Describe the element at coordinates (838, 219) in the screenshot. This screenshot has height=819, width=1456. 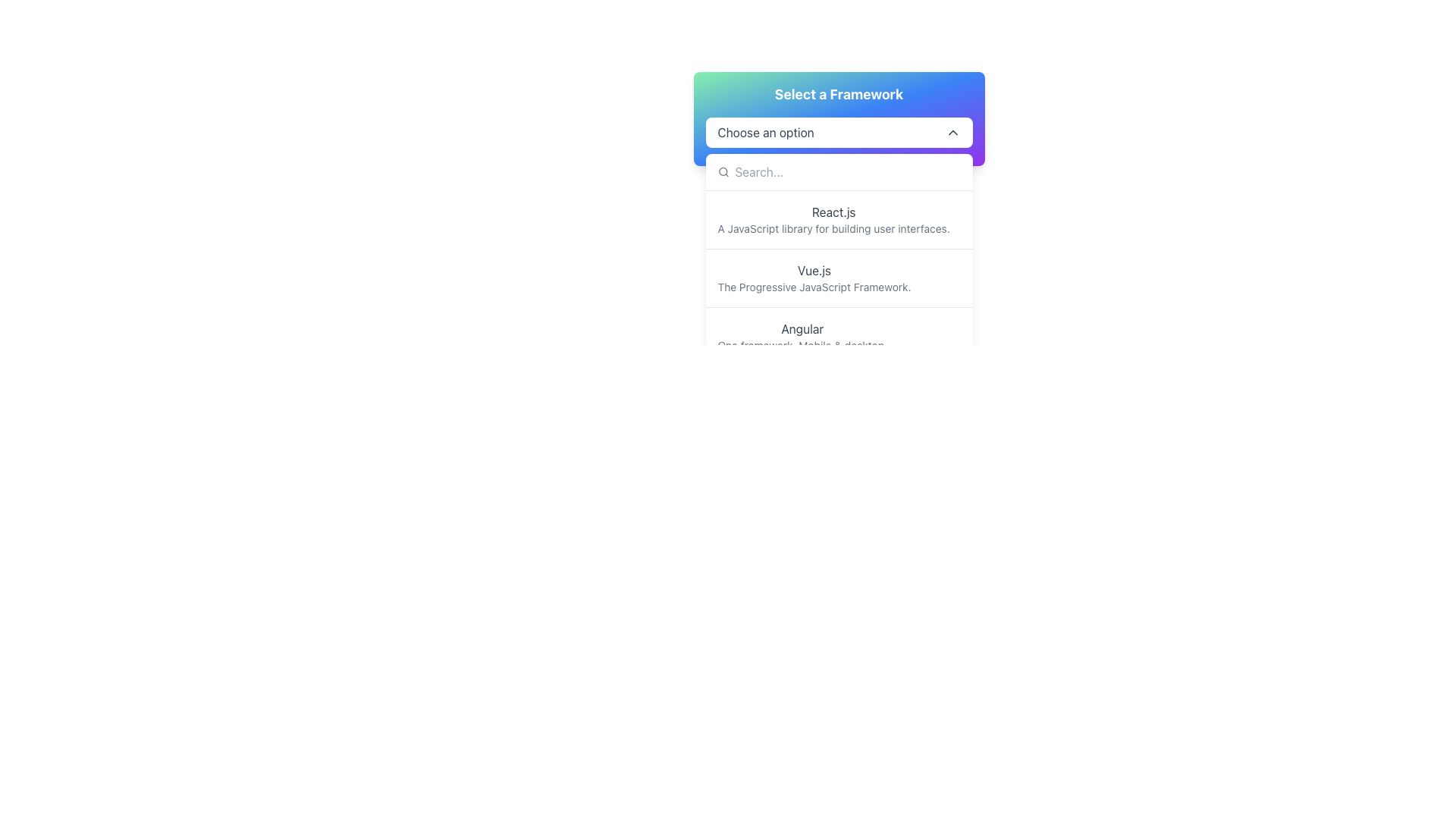
I see `text information from the 'React.js' dropdown option, which is the first item in the dropdown menu and contains a heading and description aligned to the left` at that location.